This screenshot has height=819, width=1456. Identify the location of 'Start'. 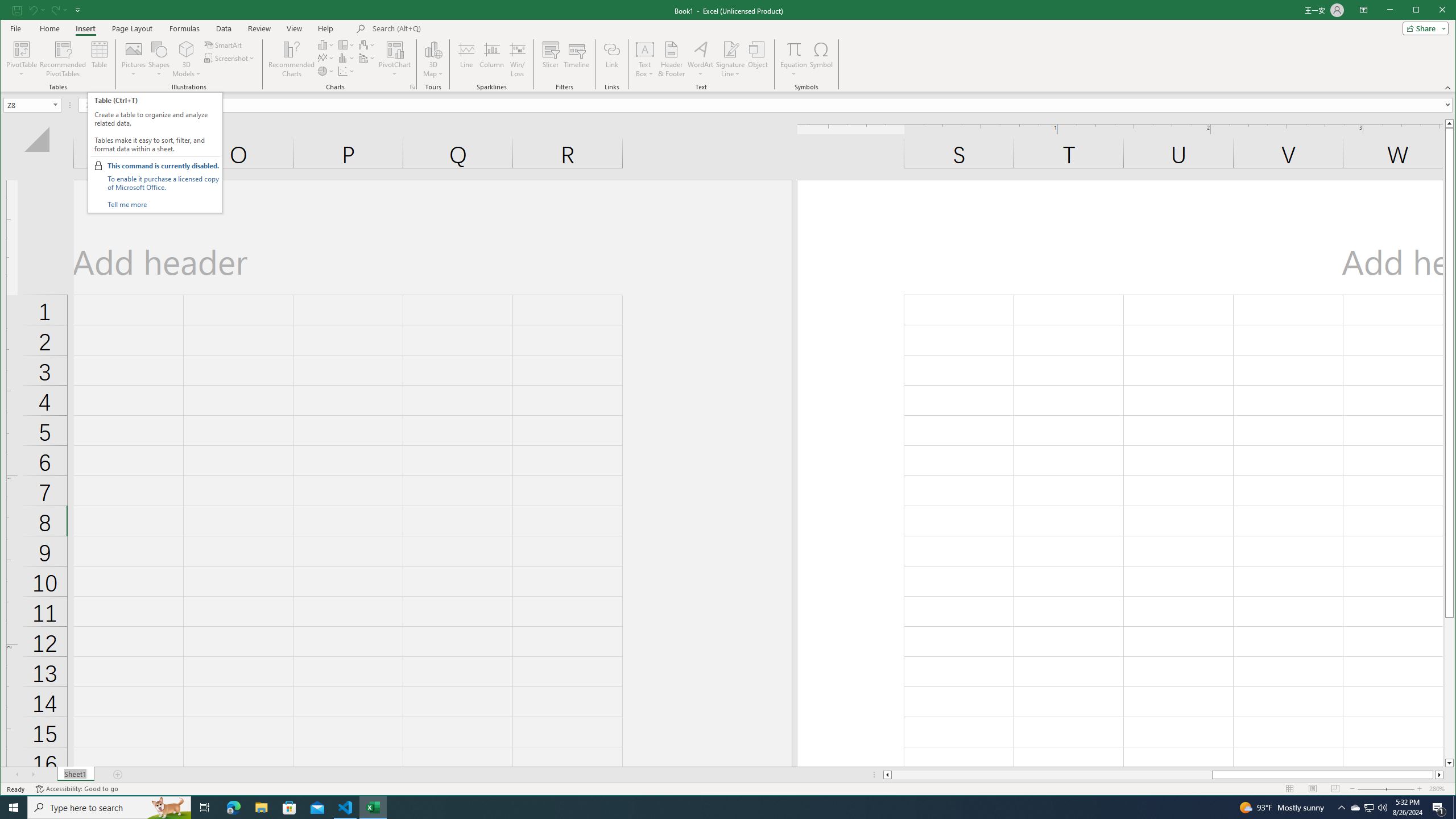
(14, 806).